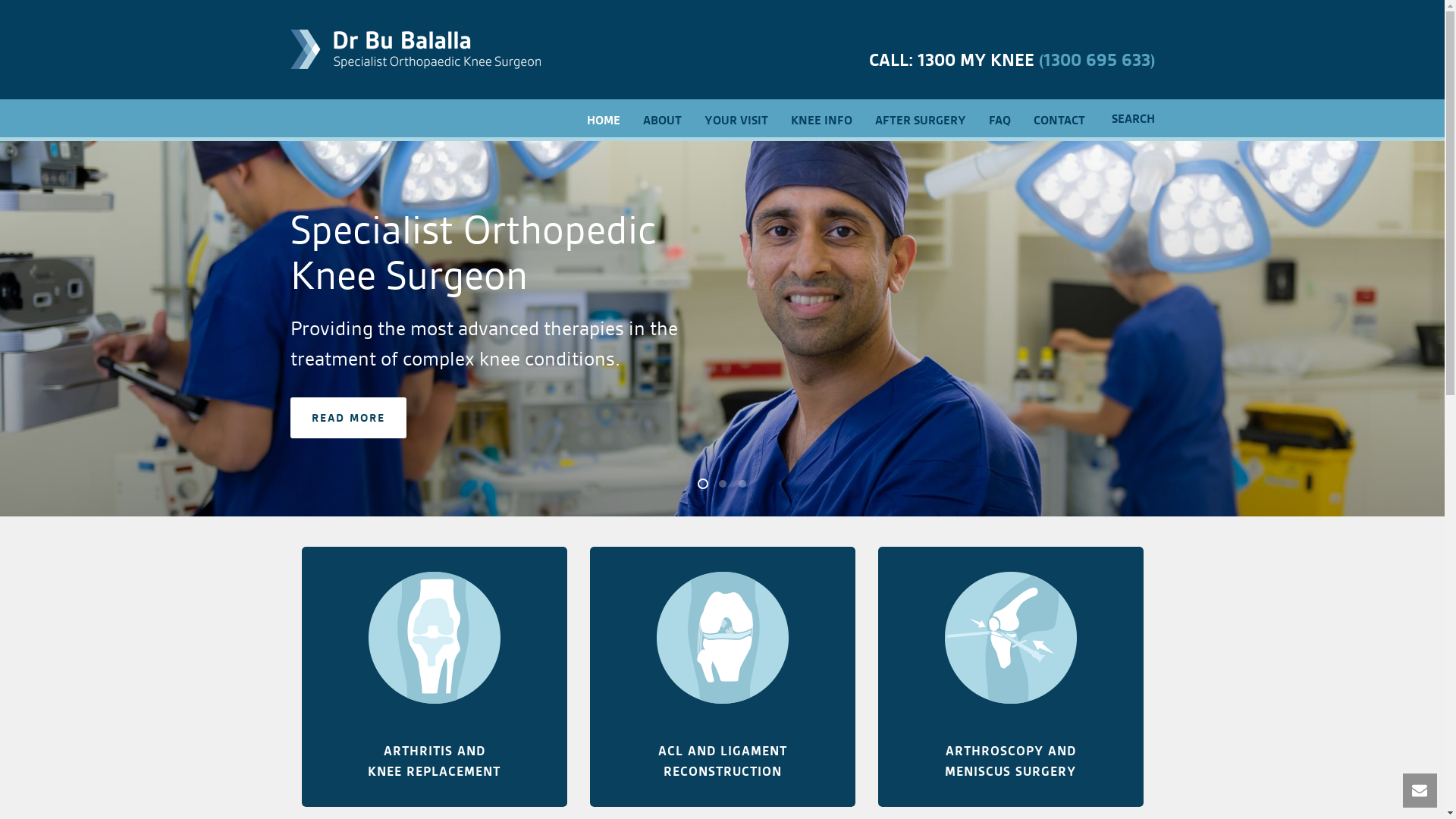 This screenshot has width=1456, height=819. I want to click on 'Specialist Orthopaedic Knee Surgeon', so click(415, 49).